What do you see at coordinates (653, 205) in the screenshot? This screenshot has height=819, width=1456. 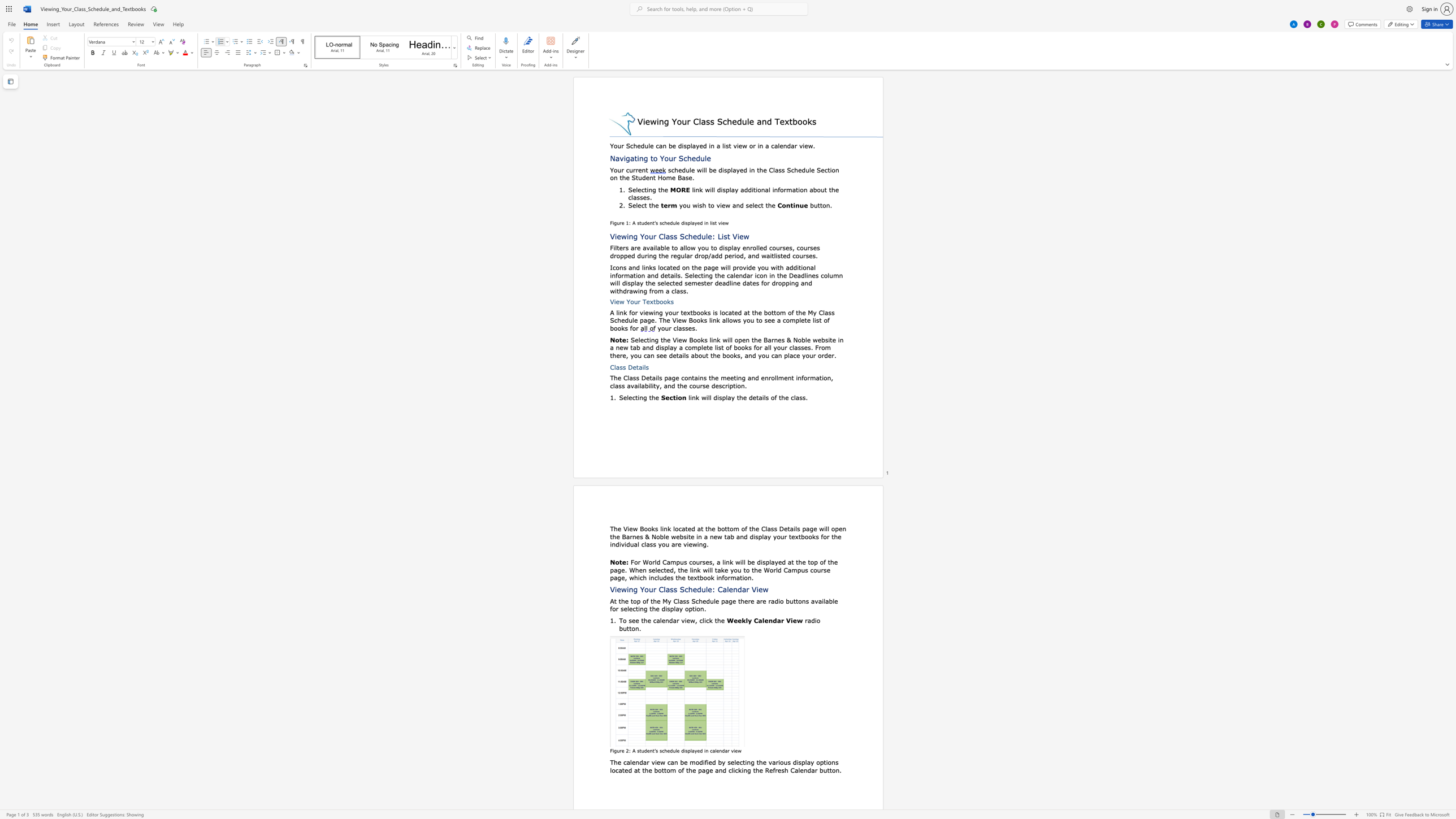 I see `the 1th character "h" in the text` at bounding box center [653, 205].